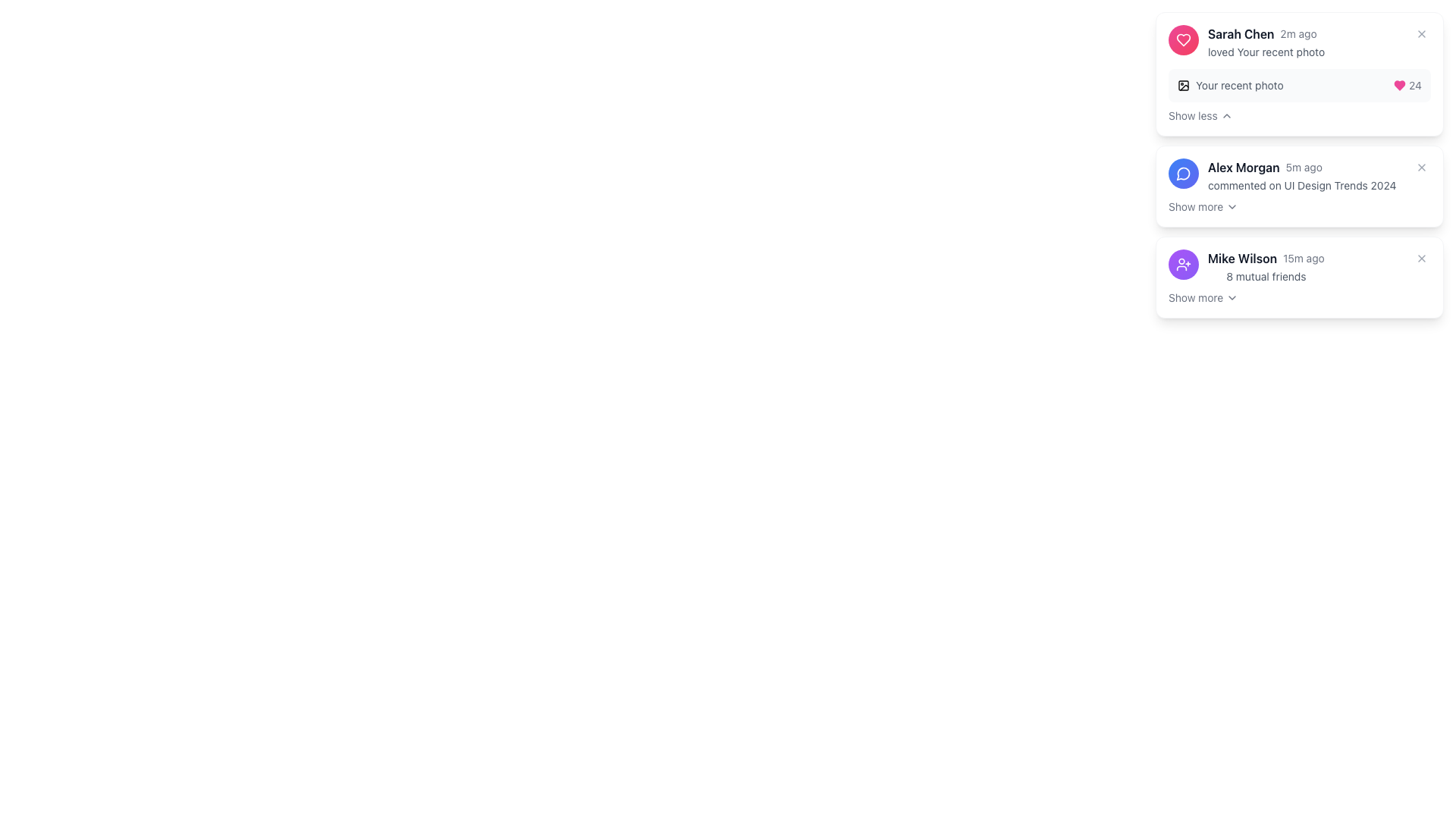 The width and height of the screenshot is (1456, 819). I want to click on the circular 'X' icon in the top-right corner of the notification card from 'Sarah Chen', so click(1421, 34).